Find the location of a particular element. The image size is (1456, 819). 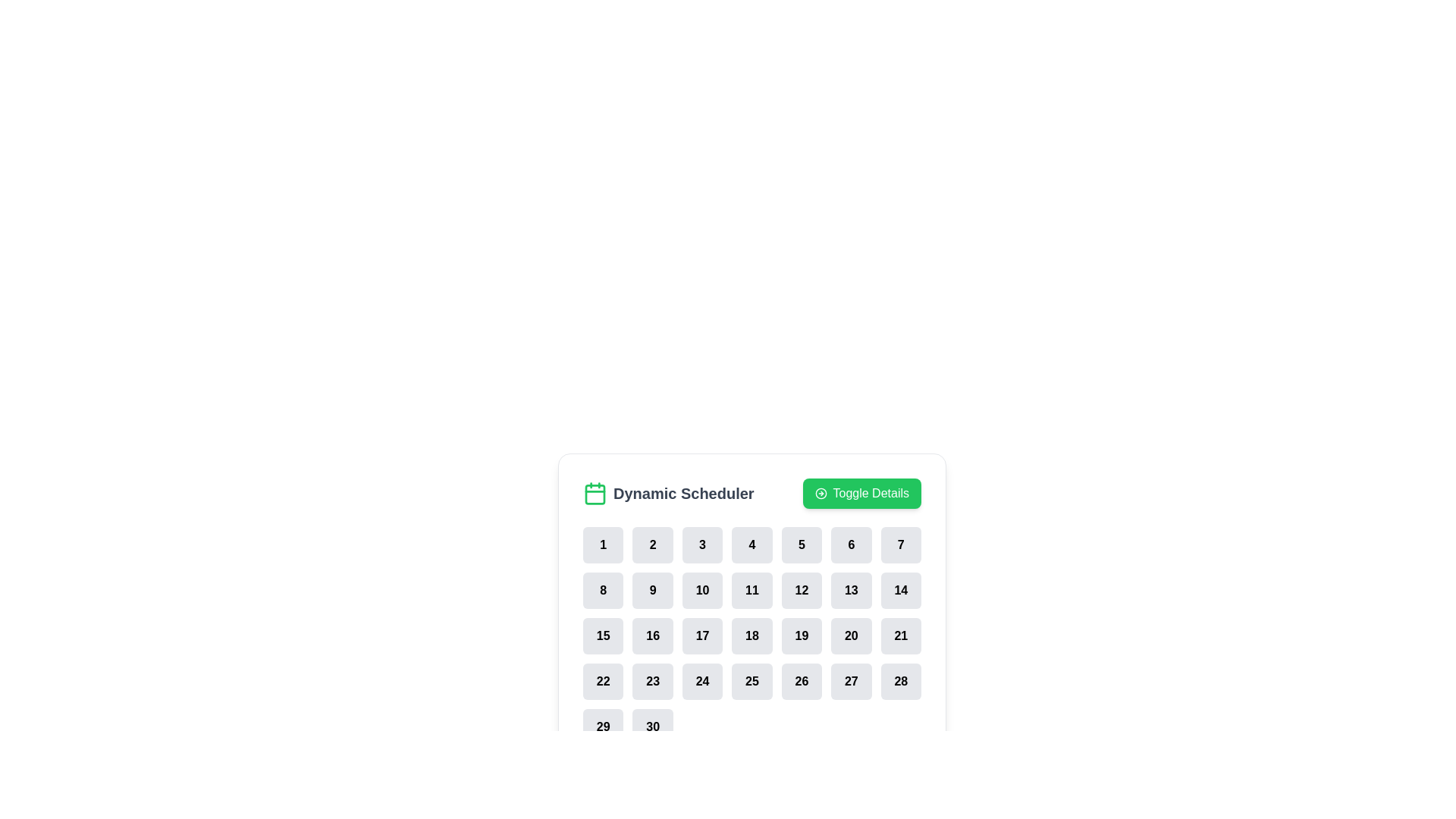

the button representing the number '8' in the calendar interface is located at coordinates (602, 590).